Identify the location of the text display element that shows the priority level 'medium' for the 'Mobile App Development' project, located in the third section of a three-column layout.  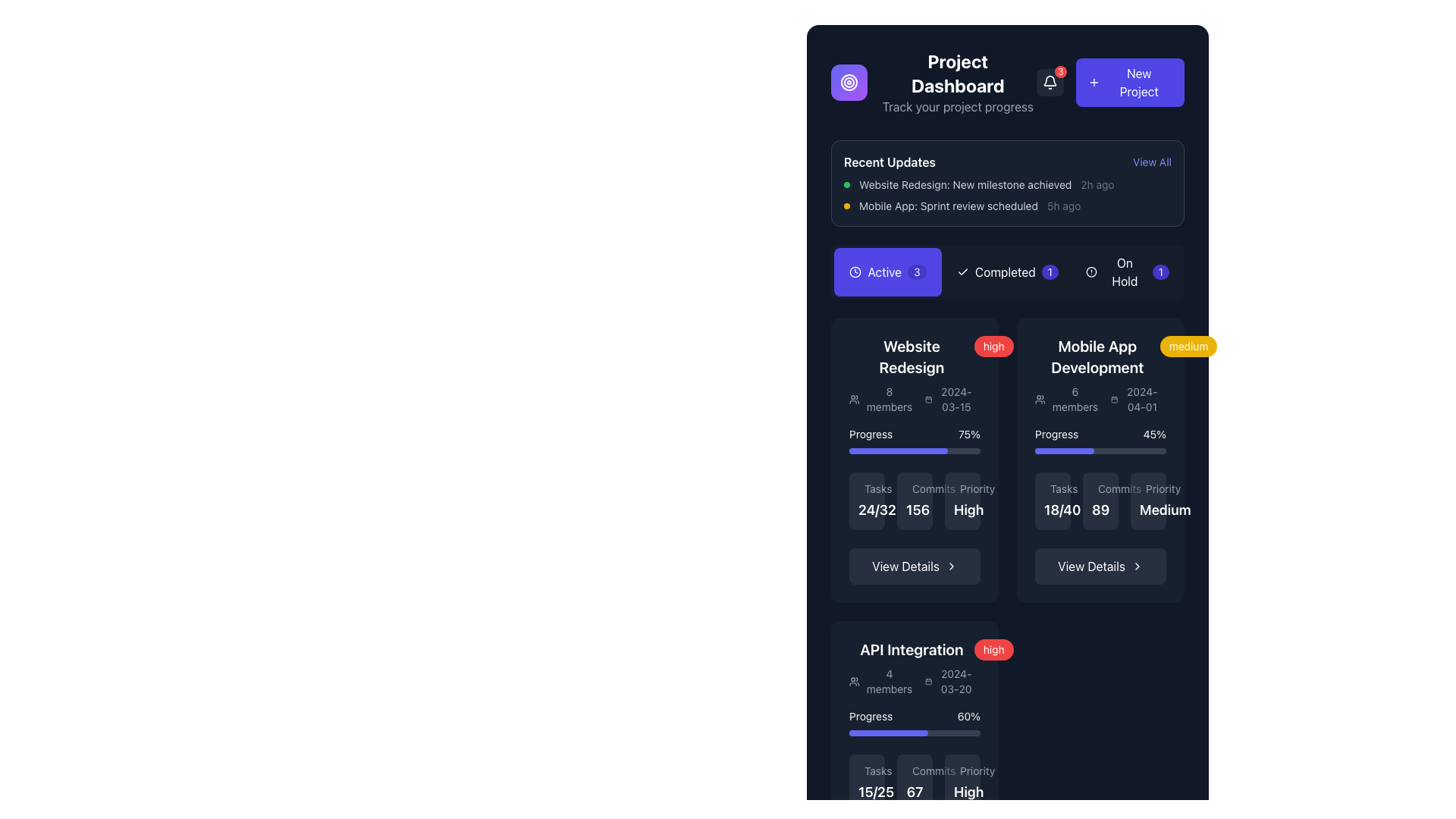
(1148, 500).